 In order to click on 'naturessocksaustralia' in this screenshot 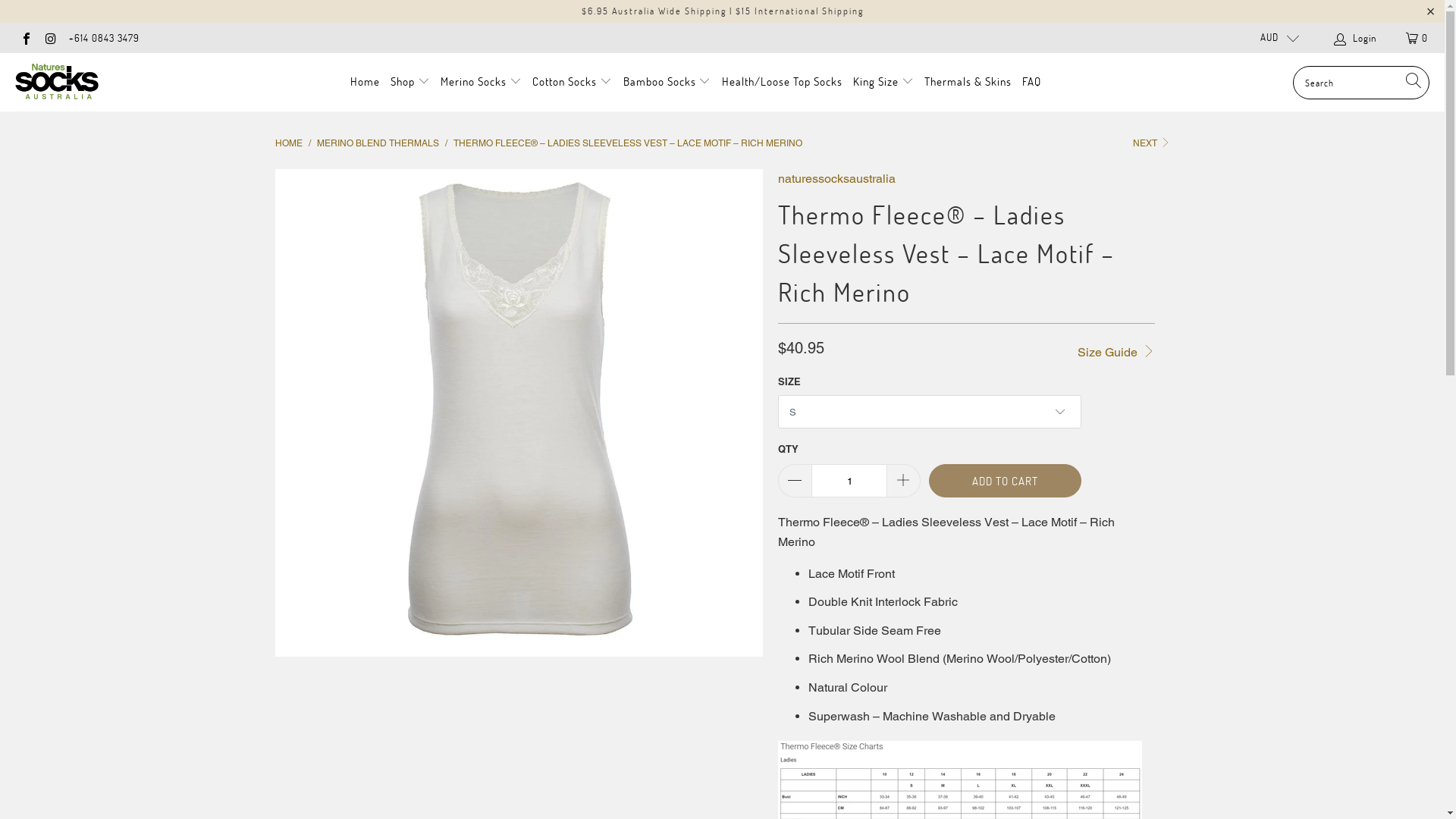, I will do `click(57, 82)`.